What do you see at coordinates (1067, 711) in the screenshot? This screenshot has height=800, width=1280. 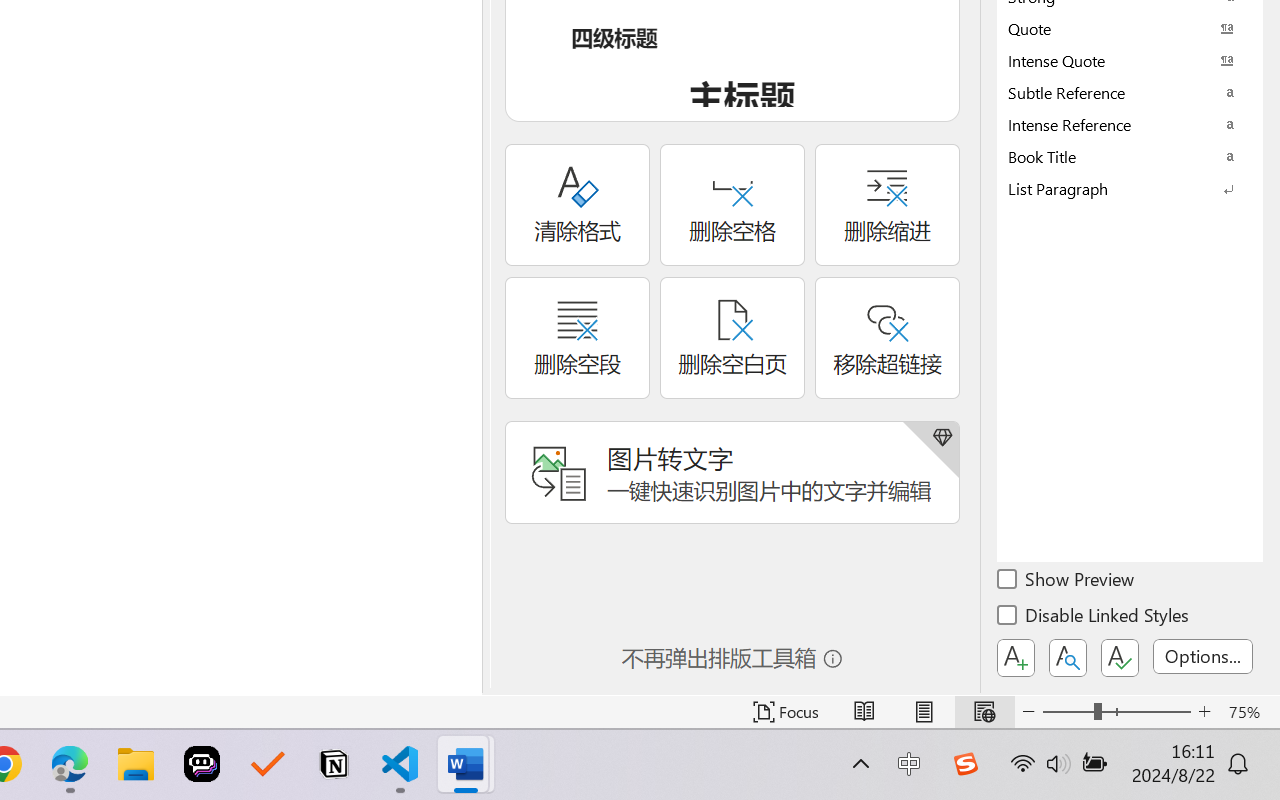 I see `'Zoom Out'` at bounding box center [1067, 711].